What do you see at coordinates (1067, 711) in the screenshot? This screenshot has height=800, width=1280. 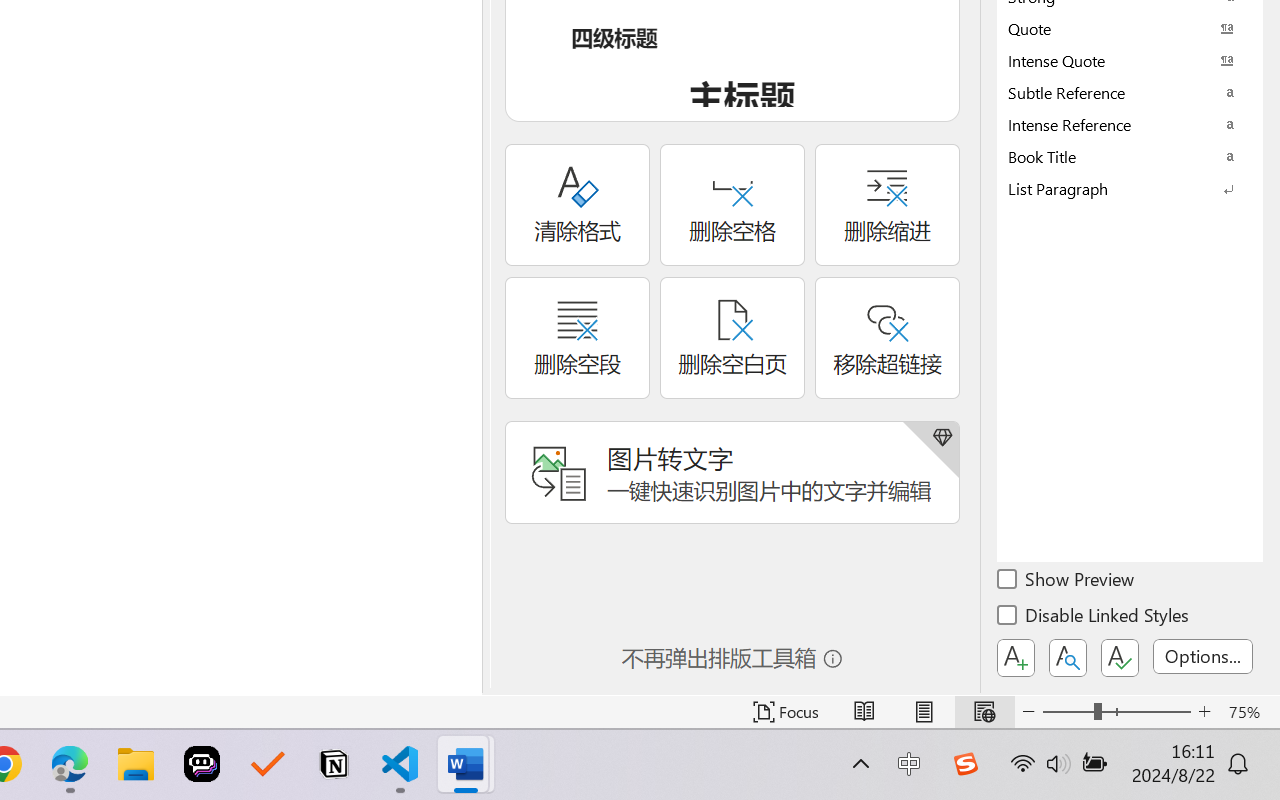 I see `'Zoom Out'` at bounding box center [1067, 711].